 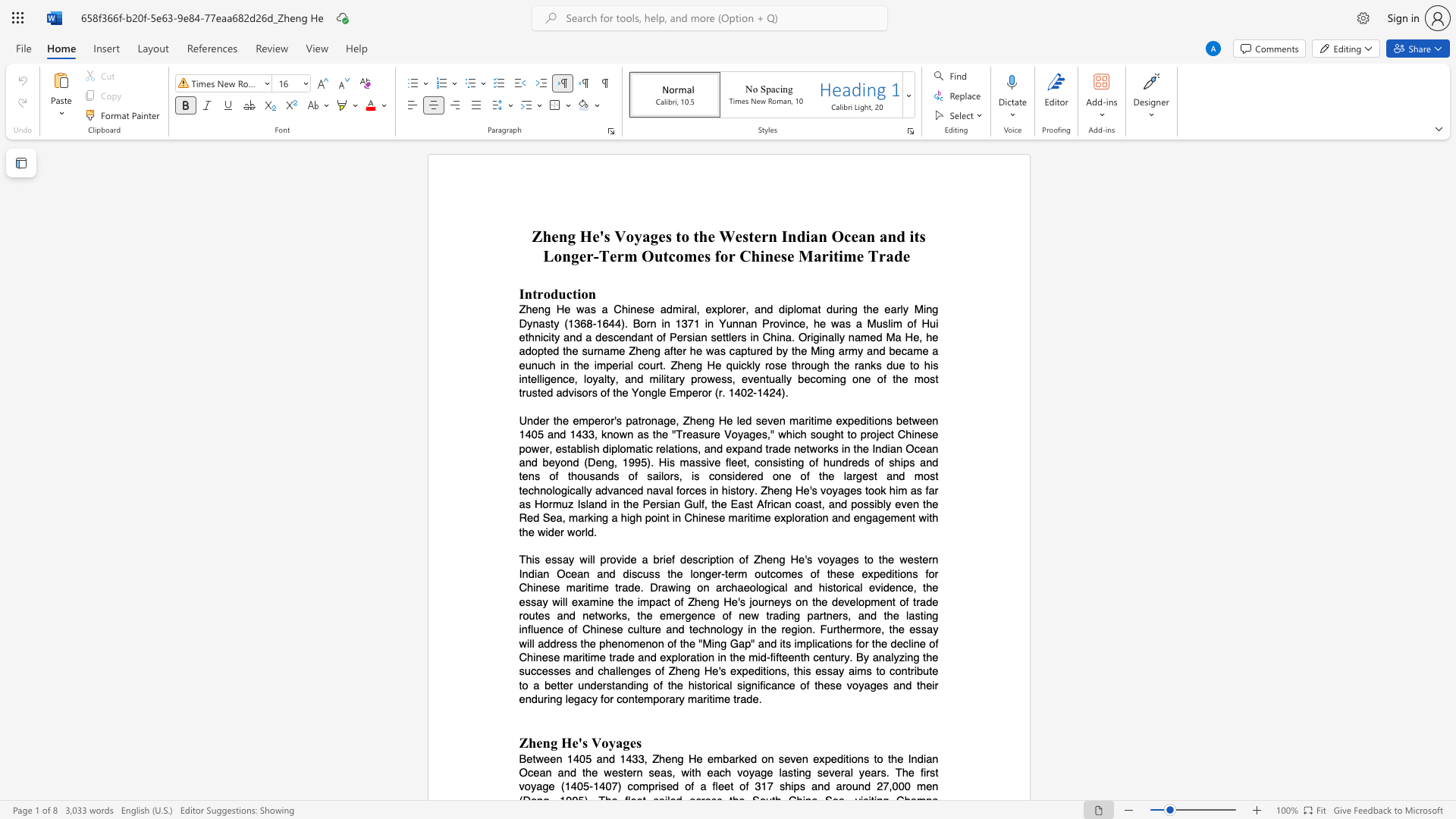 I want to click on the subset text "possibly ev" within the text "possibly even", so click(x=851, y=504).